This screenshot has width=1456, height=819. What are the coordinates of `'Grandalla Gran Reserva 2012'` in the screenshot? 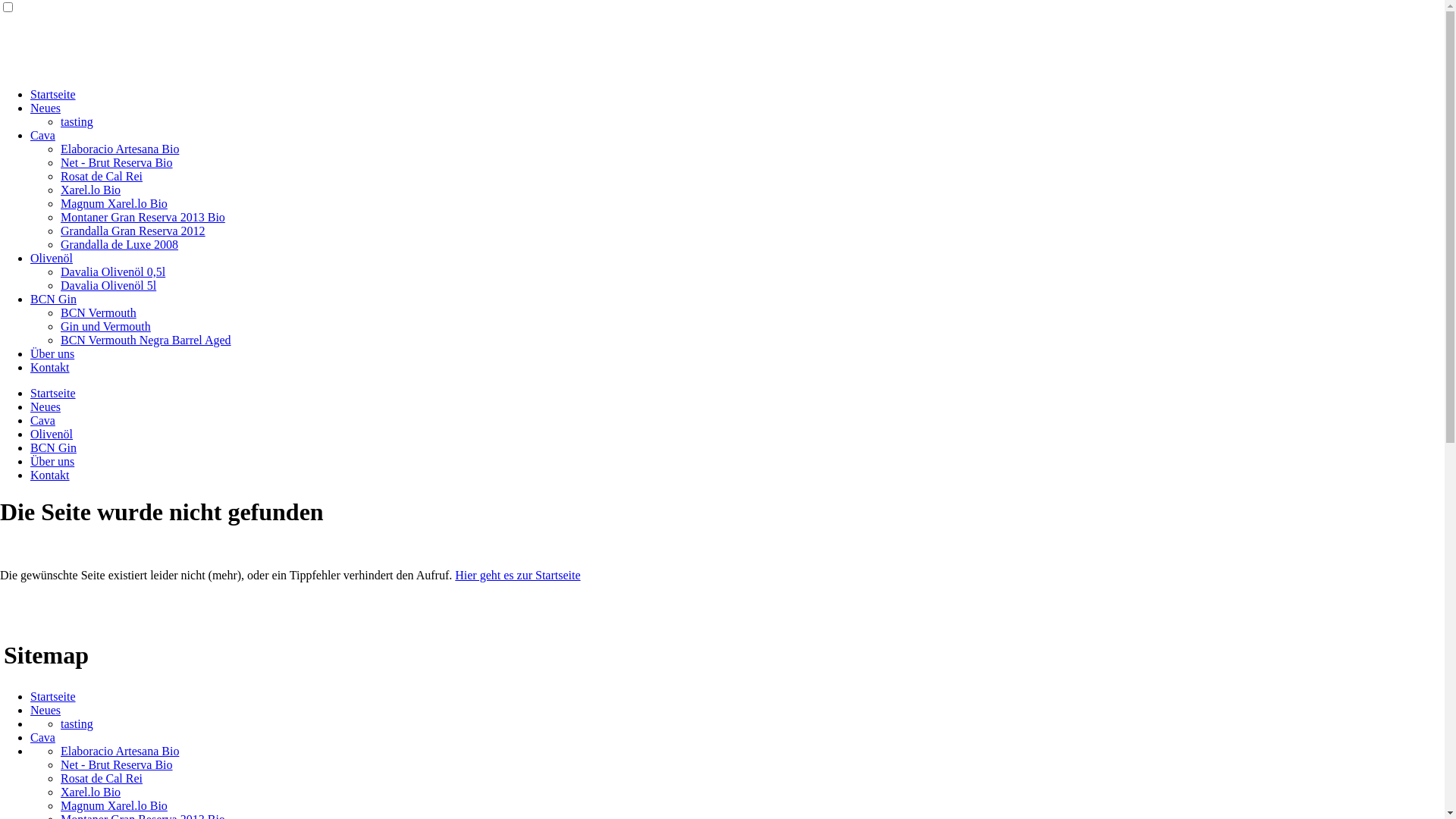 It's located at (133, 231).